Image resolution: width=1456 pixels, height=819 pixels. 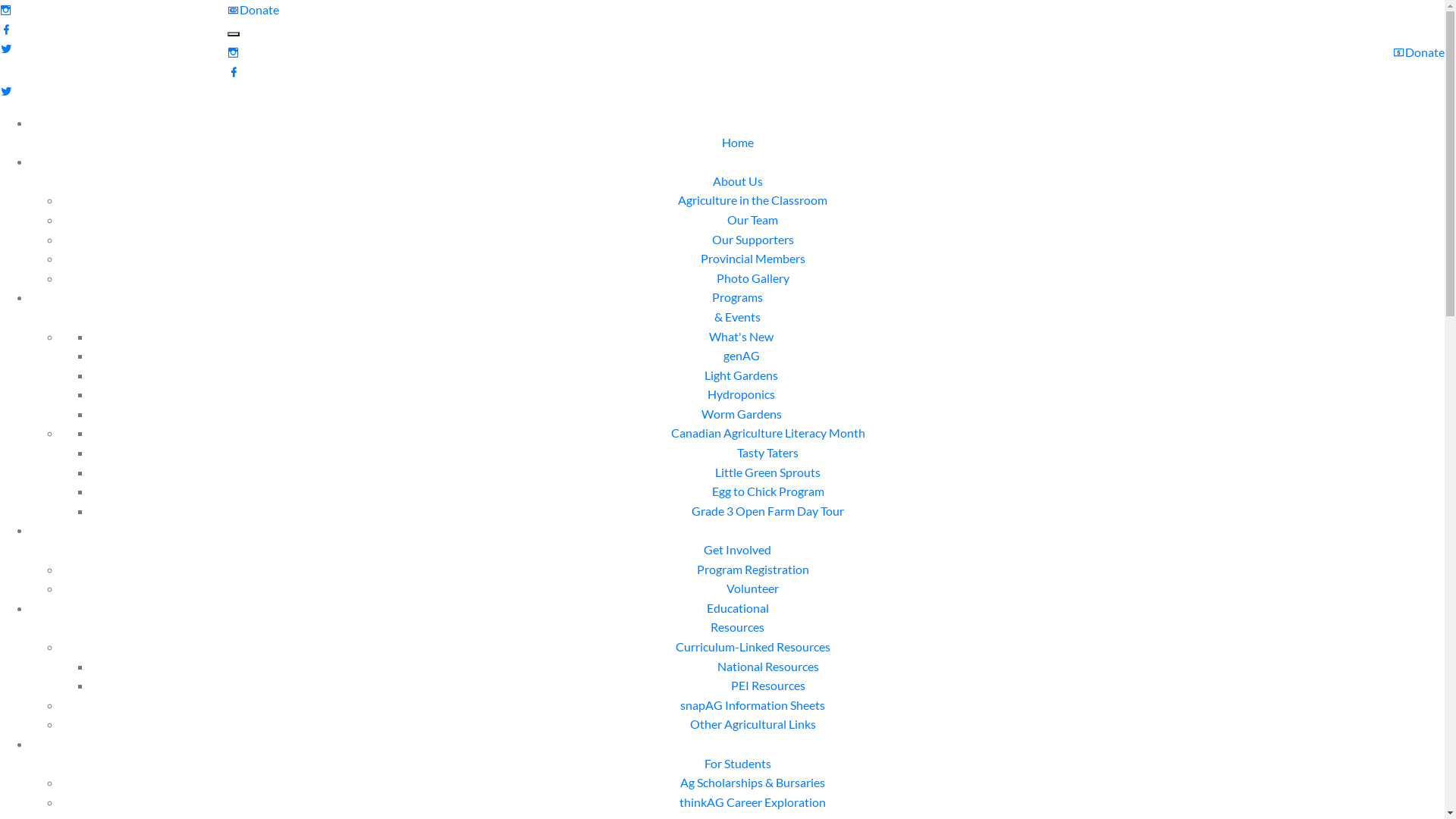 I want to click on 'About Us', so click(x=738, y=190).